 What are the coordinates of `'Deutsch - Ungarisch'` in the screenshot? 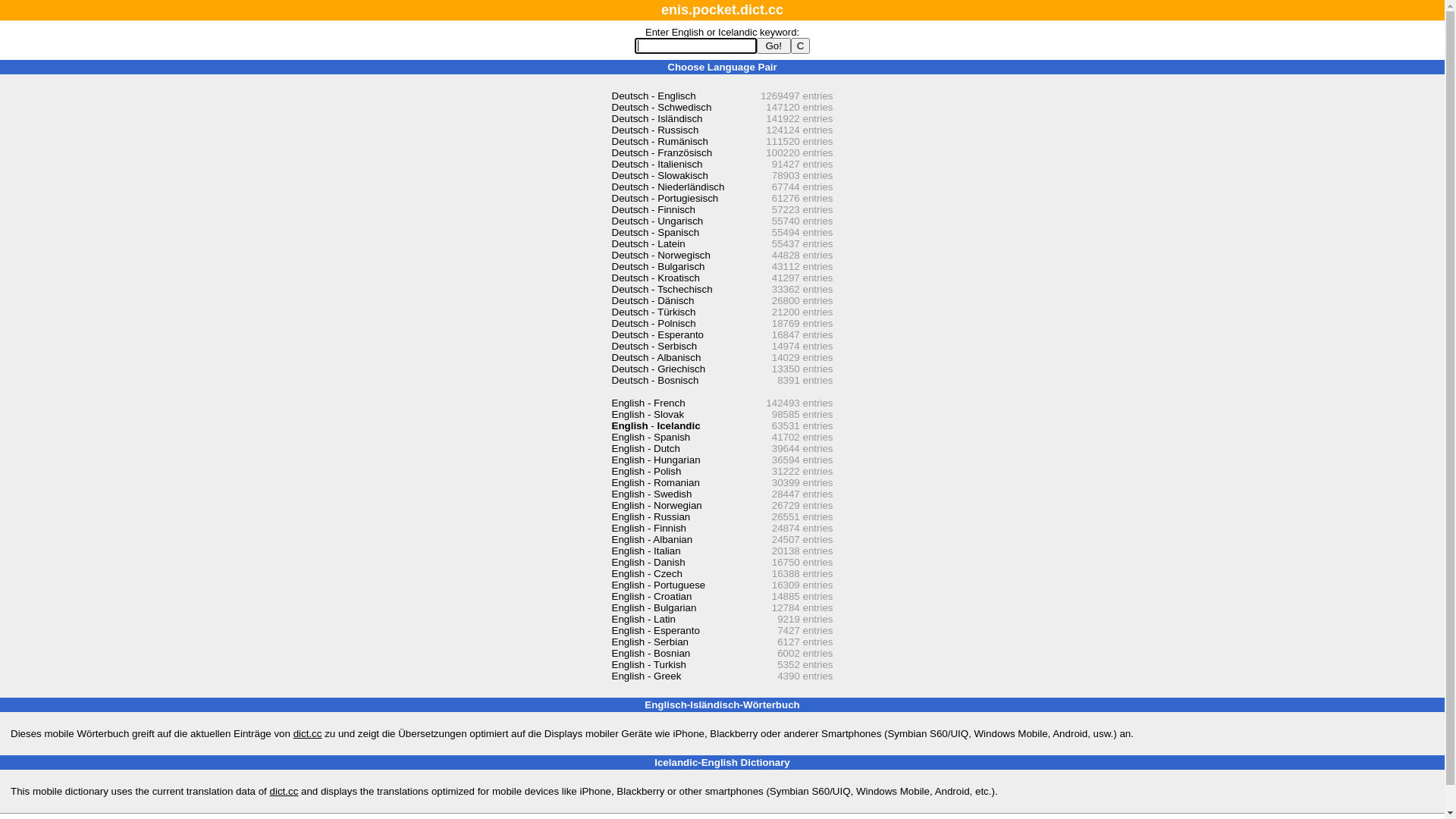 It's located at (657, 221).